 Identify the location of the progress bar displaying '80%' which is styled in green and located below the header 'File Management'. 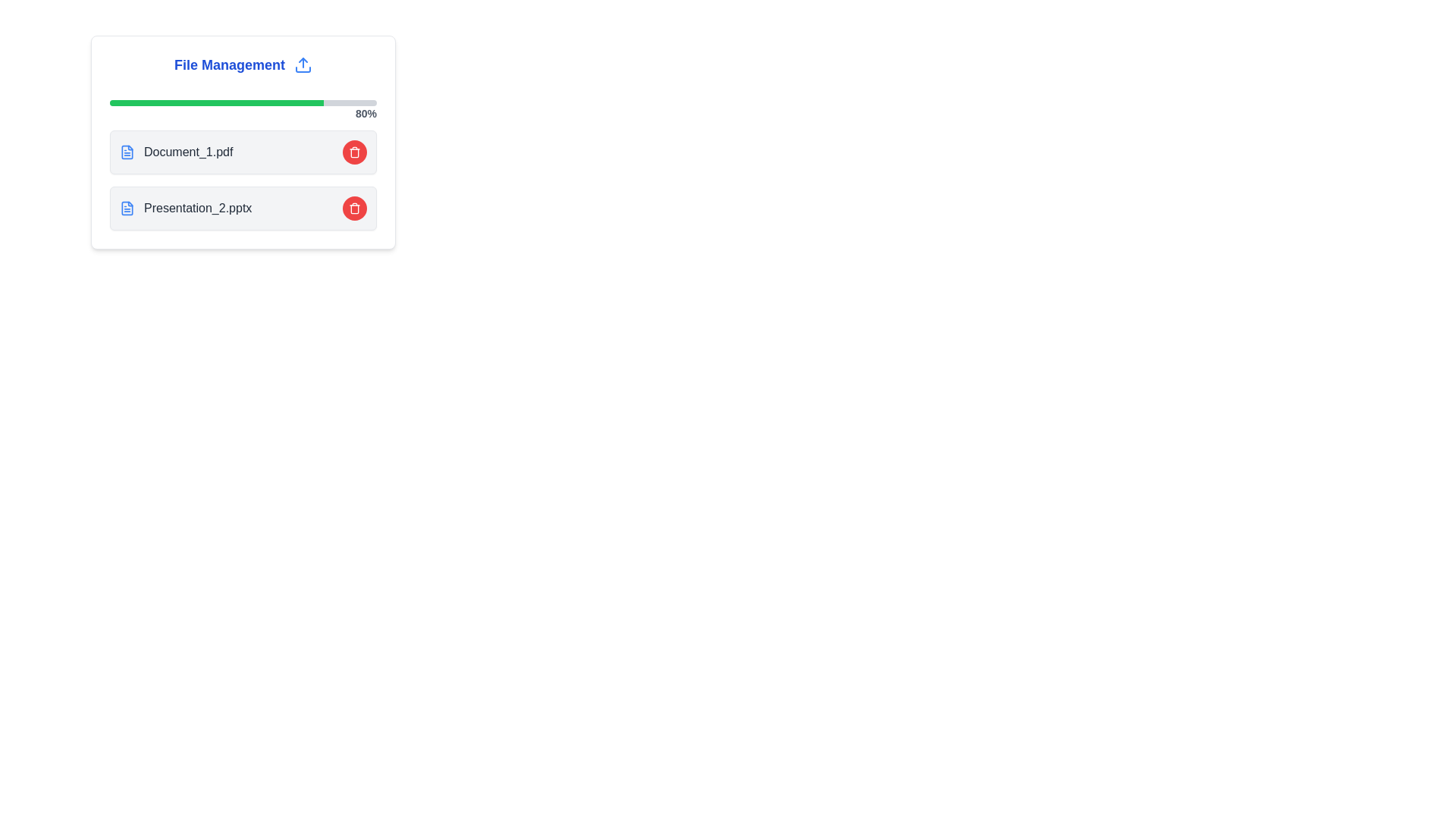
(243, 102).